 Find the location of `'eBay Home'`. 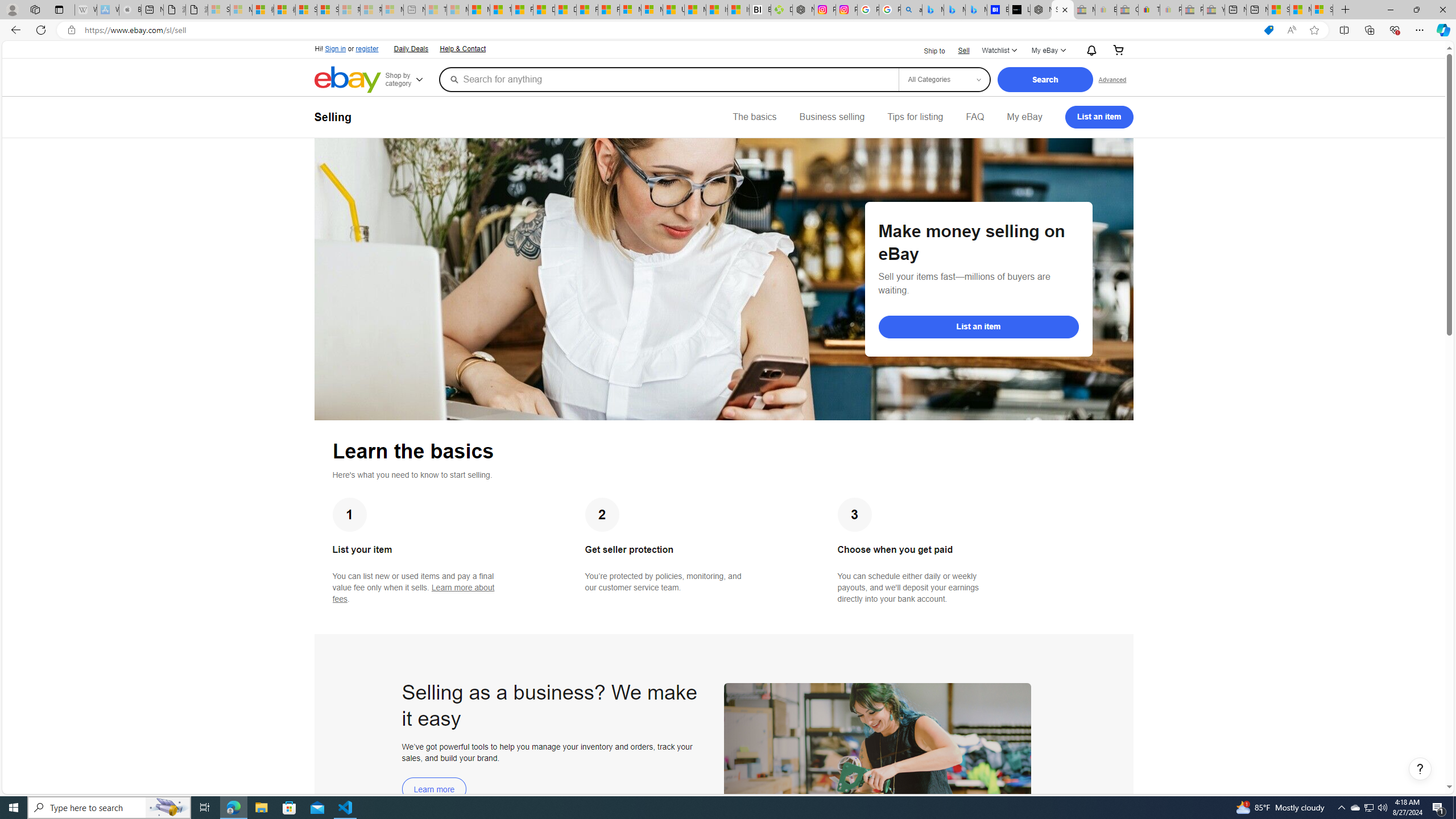

'eBay Home' is located at coordinates (348, 79).